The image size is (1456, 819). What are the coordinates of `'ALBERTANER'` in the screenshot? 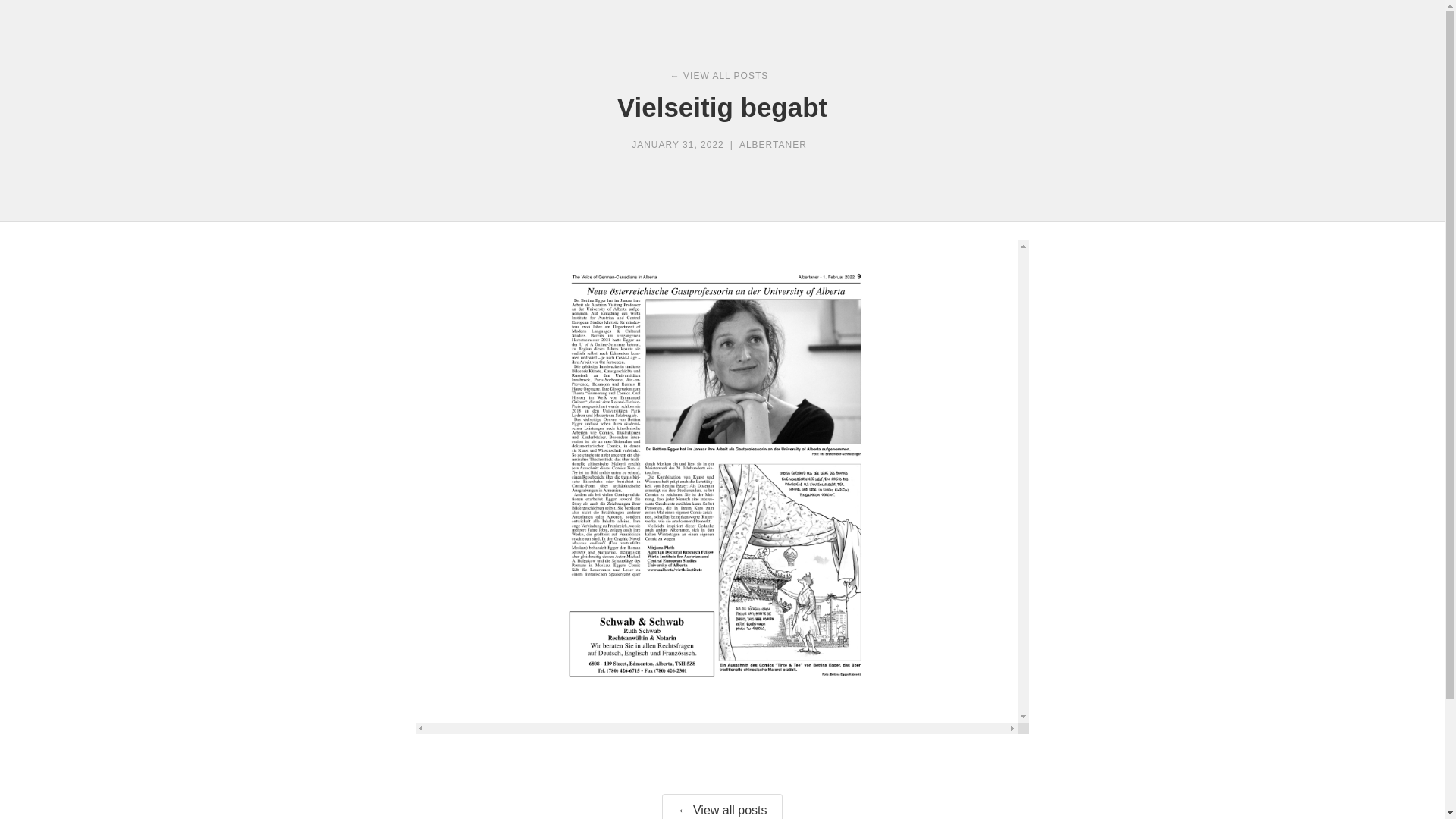 It's located at (773, 145).